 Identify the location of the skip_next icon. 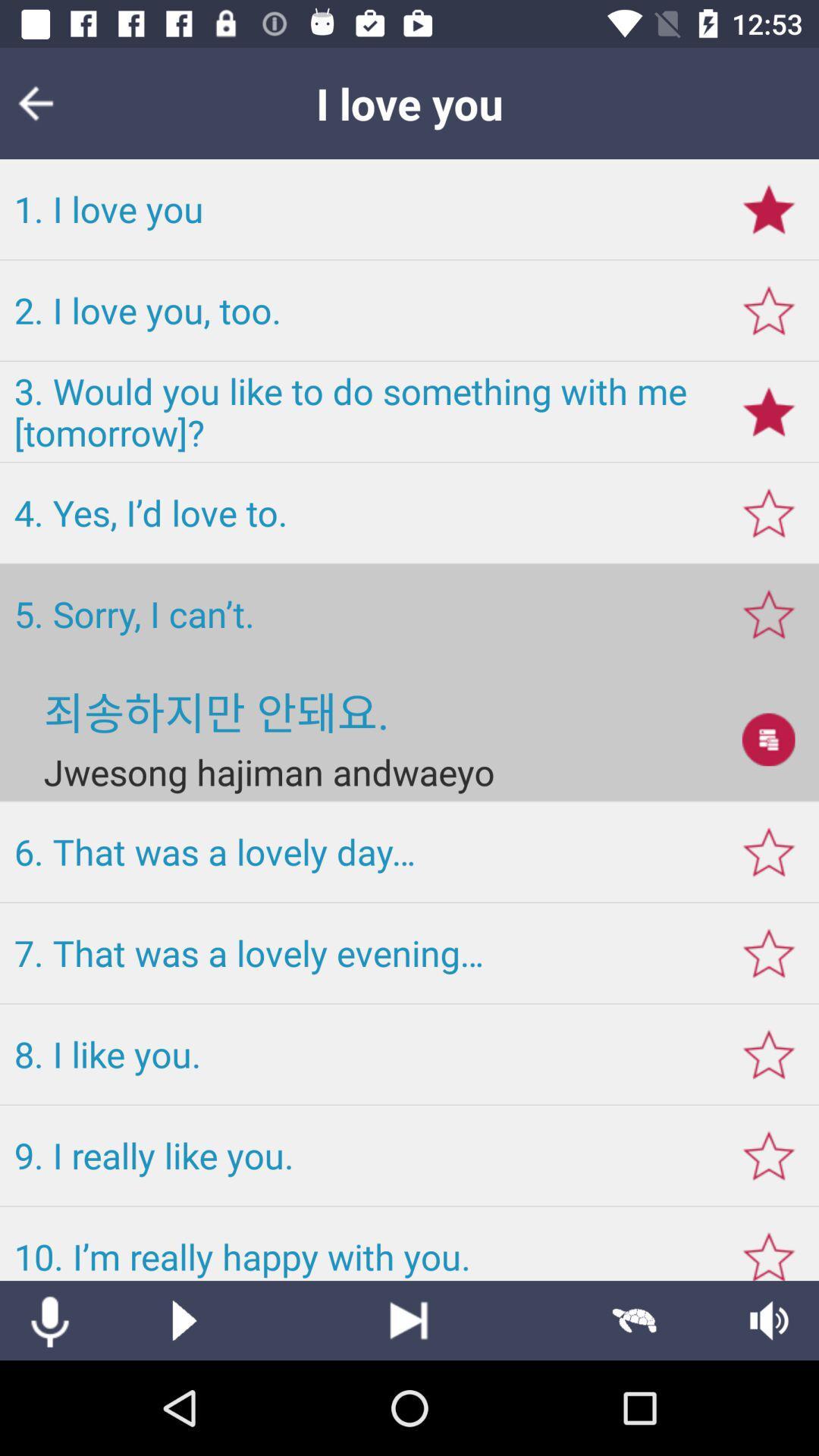
(408, 1319).